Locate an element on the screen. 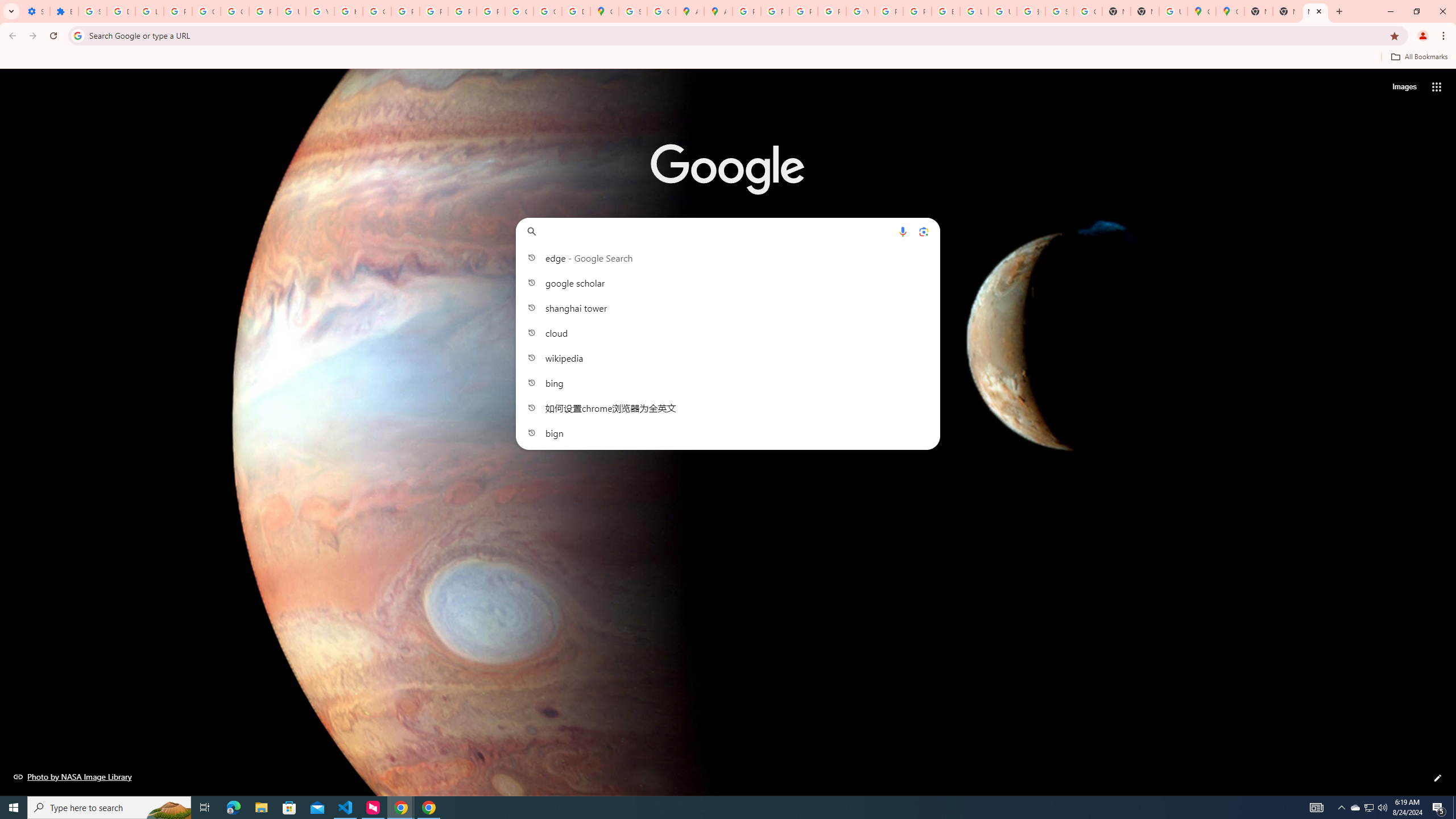 The height and width of the screenshot is (819, 1456). 'Google Maps' is located at coordinates (1230, 11).